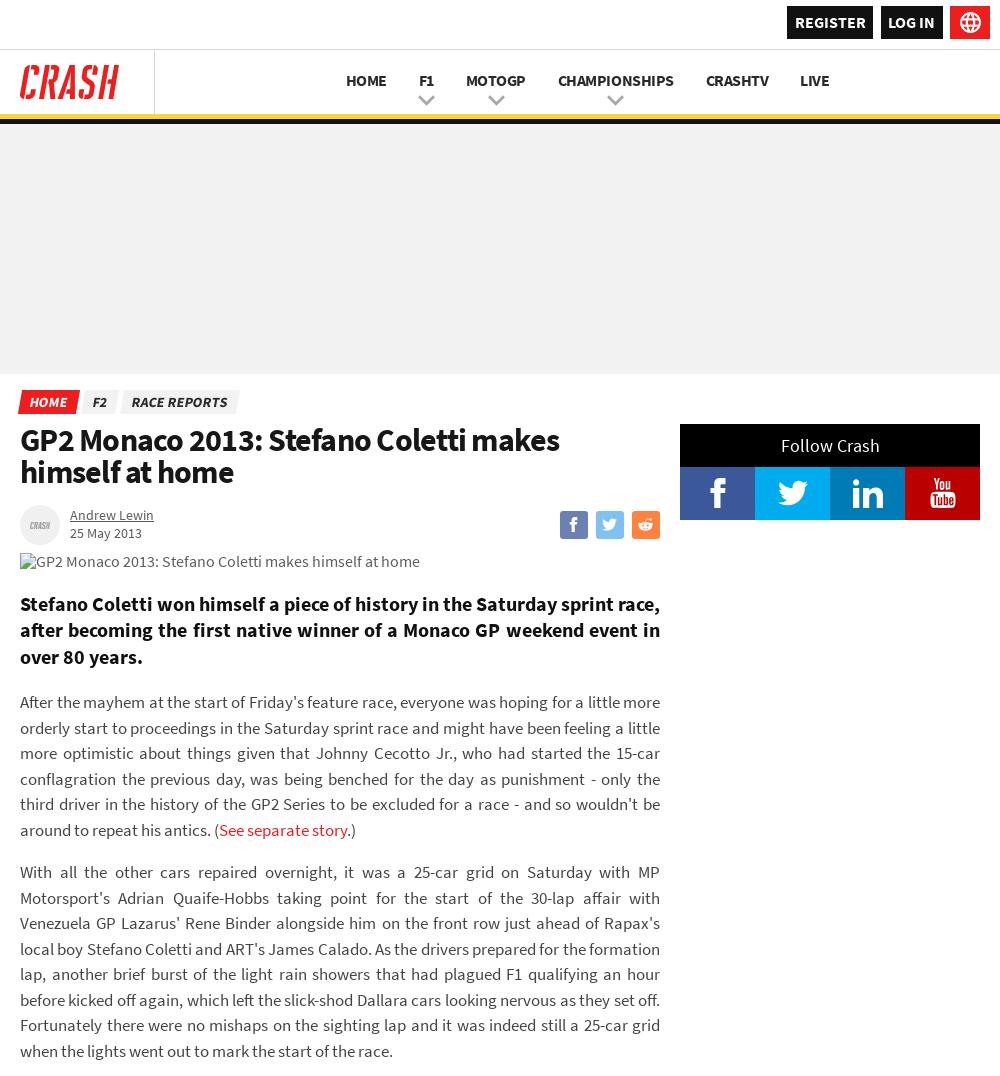  Describe the element at coordinates (350, 827) in the screenshot. I see `'.)'` at that location.